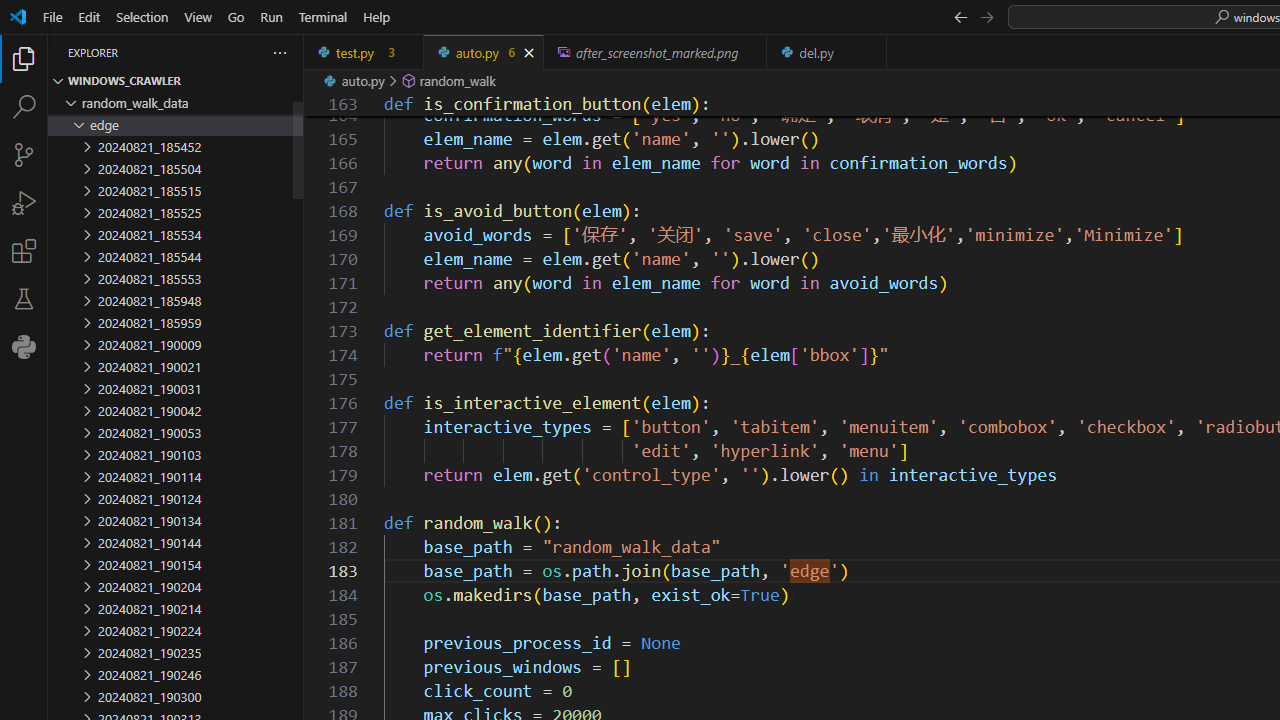 The height and width of the screenshot is (720, 1280). Describe the element at coordinates (198, 16) in the screenshot. I see `'View'` at that location.